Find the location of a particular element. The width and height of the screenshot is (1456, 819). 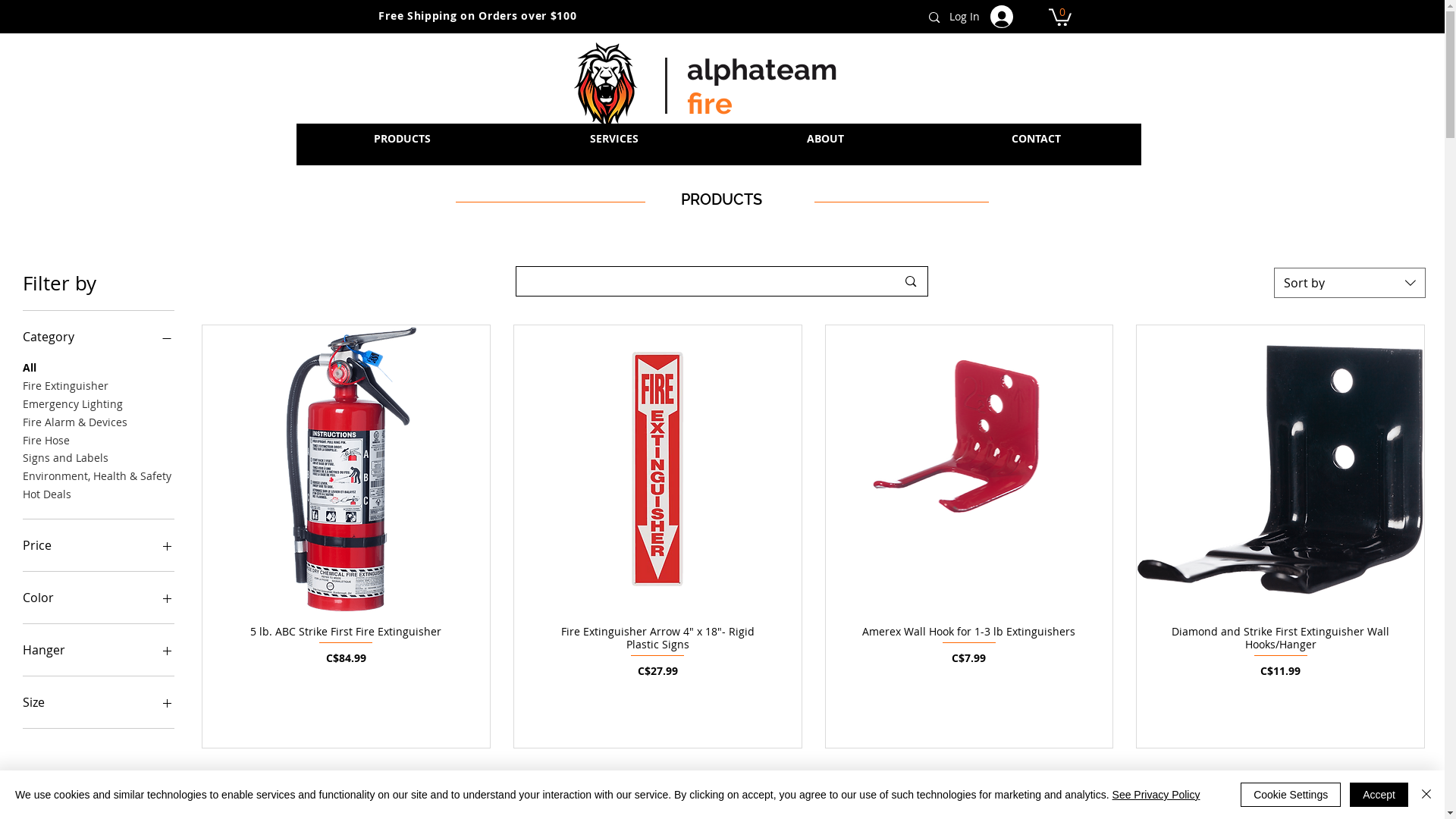

'Sort by' is located at coordinates (1350, 283).